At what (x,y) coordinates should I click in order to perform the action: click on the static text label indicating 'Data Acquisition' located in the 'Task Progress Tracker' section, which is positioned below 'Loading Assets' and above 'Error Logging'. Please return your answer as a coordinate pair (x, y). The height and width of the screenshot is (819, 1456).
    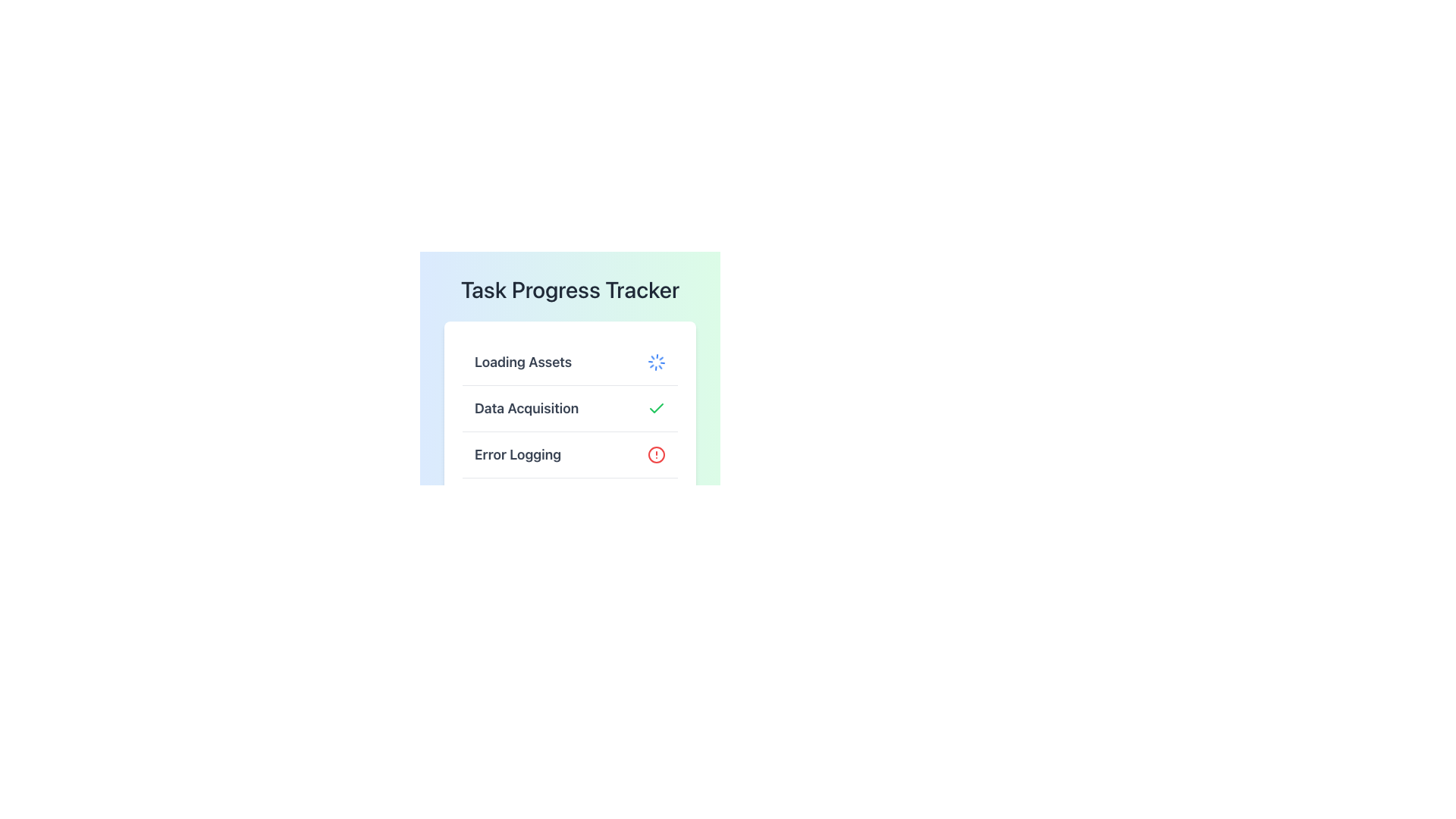
    Looking at the image, I should click on (526, 408).